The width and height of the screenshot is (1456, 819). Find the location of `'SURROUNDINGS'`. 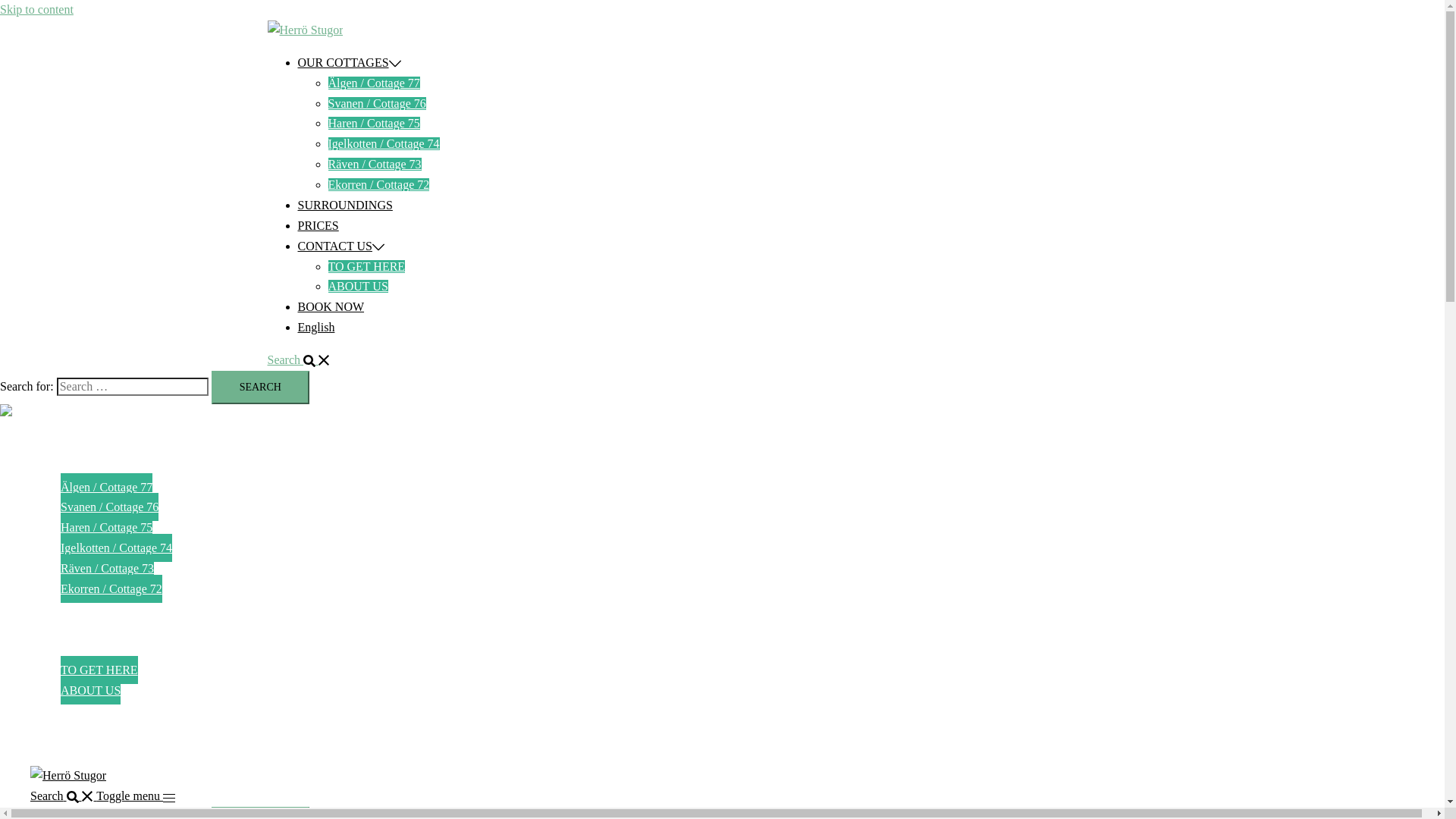

'SURROUNDINGS' is located at coordinates (344, 205).